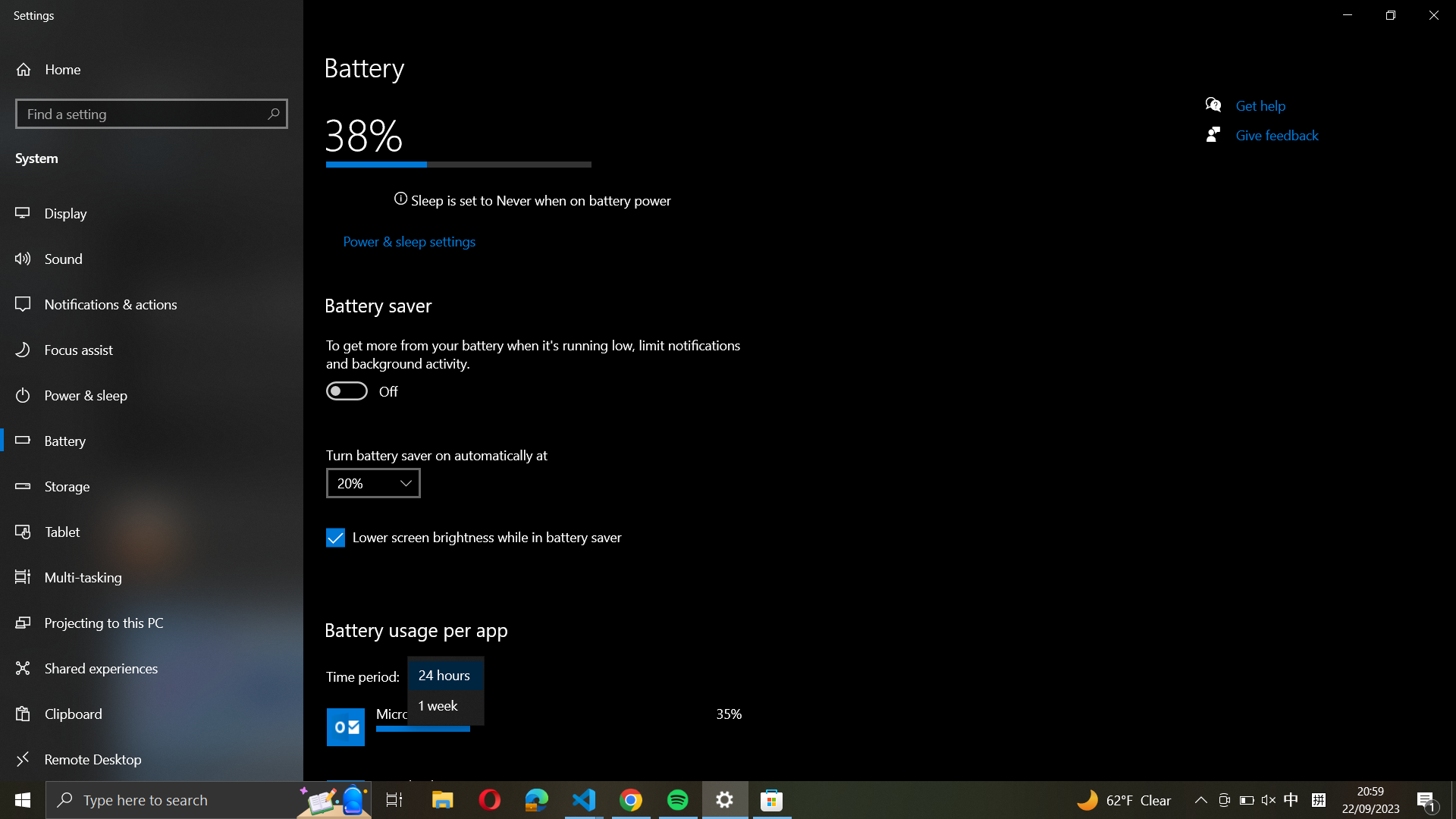 The image size is (1456, 819). What do you see at coordinates (153, 488) in the screenshot?
I see `the Storage option from the sidebar` at bounding box center [153, 488].